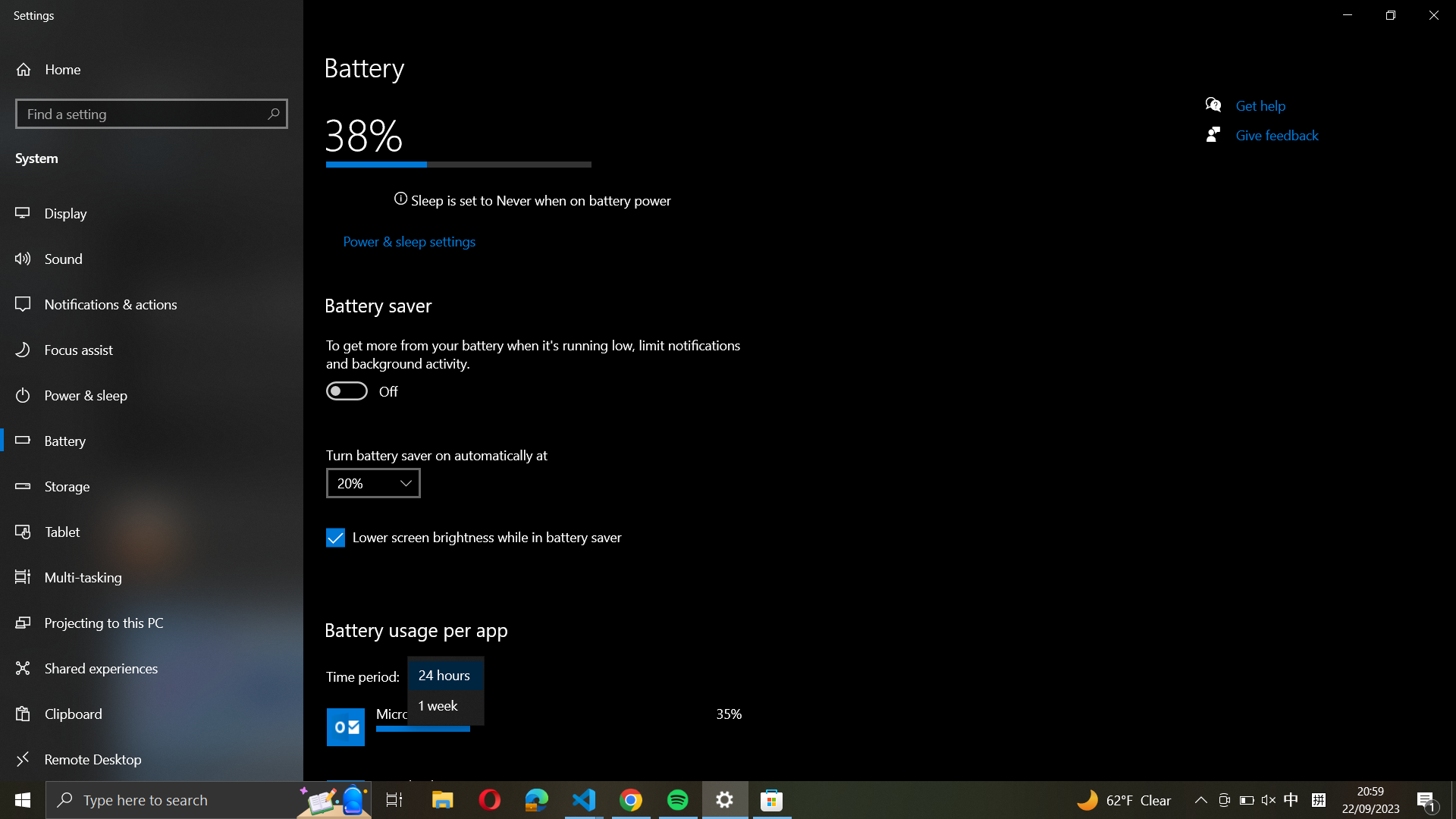 The image size is (1456, 819). What do you see at coordinates (153, 488) in the screenshot?
I see `the Storage option from the sidebar` at bounding box center [153, 488].